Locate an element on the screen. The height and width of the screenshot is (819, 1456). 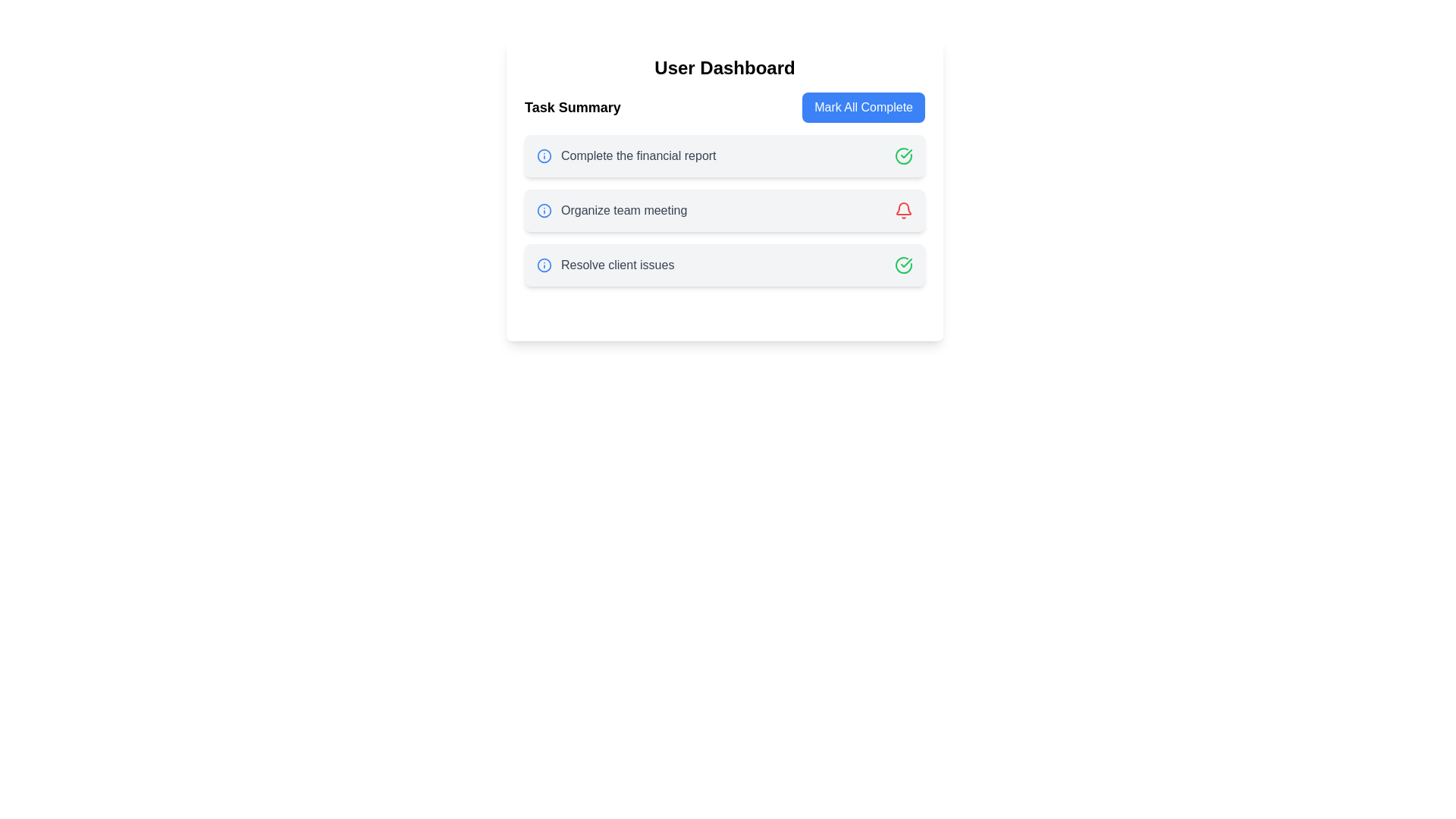
the text label displaying 'Resolve client issues' located in the third row of the task list in the 'Task Summary' section is located at coordinates (617, 265).